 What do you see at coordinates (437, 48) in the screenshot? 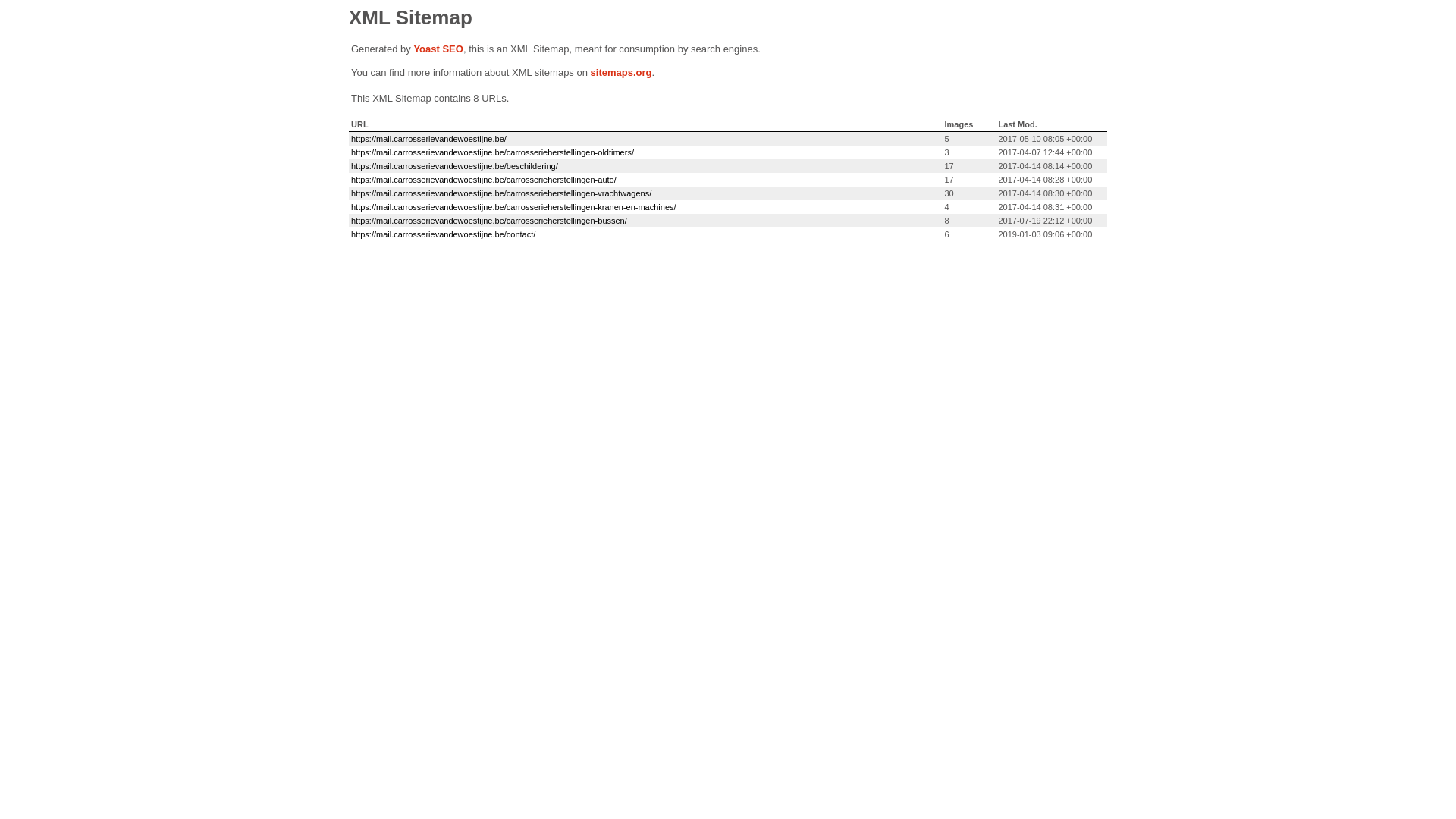
I see `'Yoast SEO'` at bounding box center [437, 48].